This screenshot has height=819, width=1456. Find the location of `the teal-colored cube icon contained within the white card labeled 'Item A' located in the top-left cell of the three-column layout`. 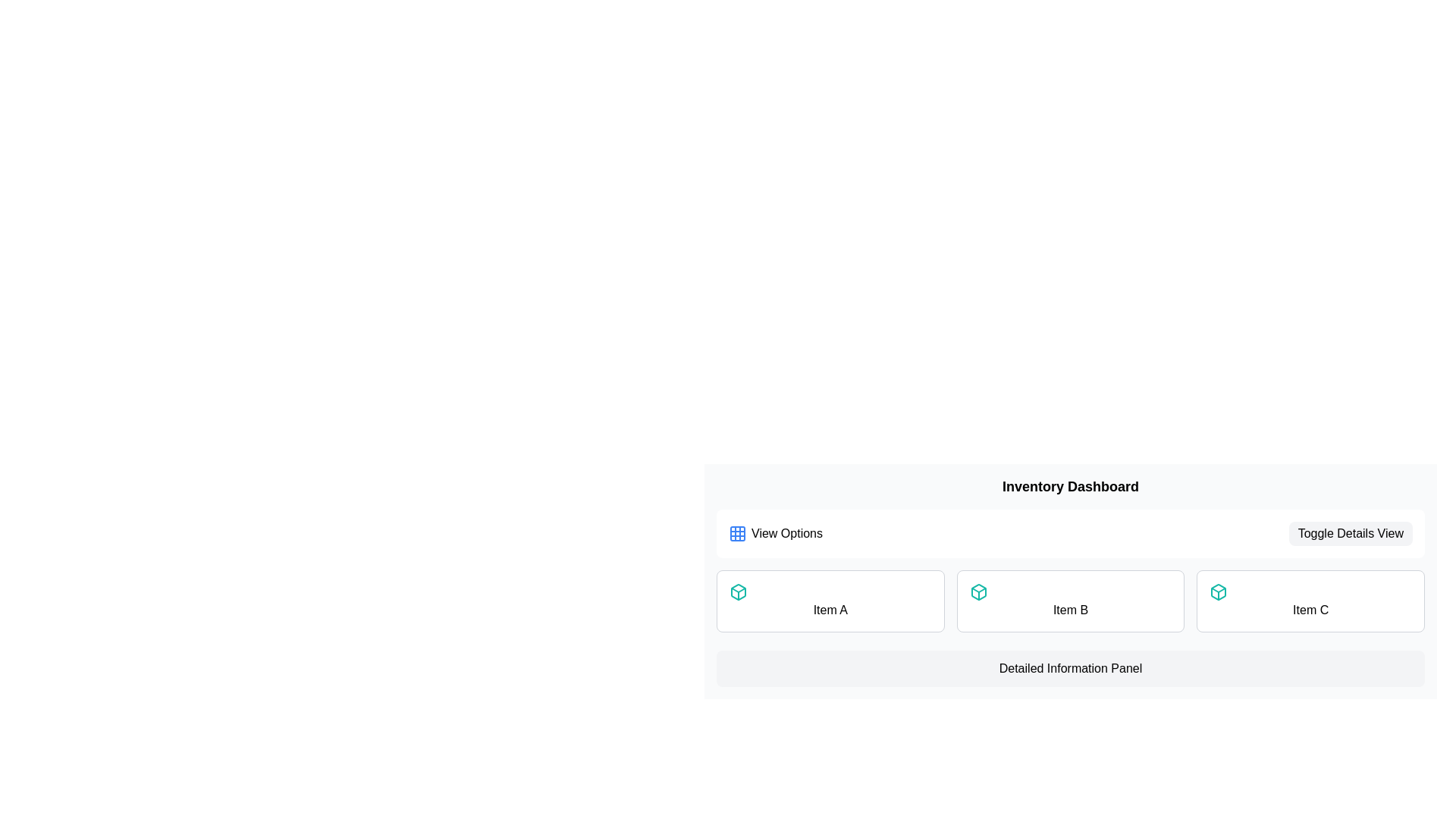

the teal-colored cube icon contained within the white card labeled 'Item A' located in the top-left cell of the three-column layout is located at coordinates (739, 591).